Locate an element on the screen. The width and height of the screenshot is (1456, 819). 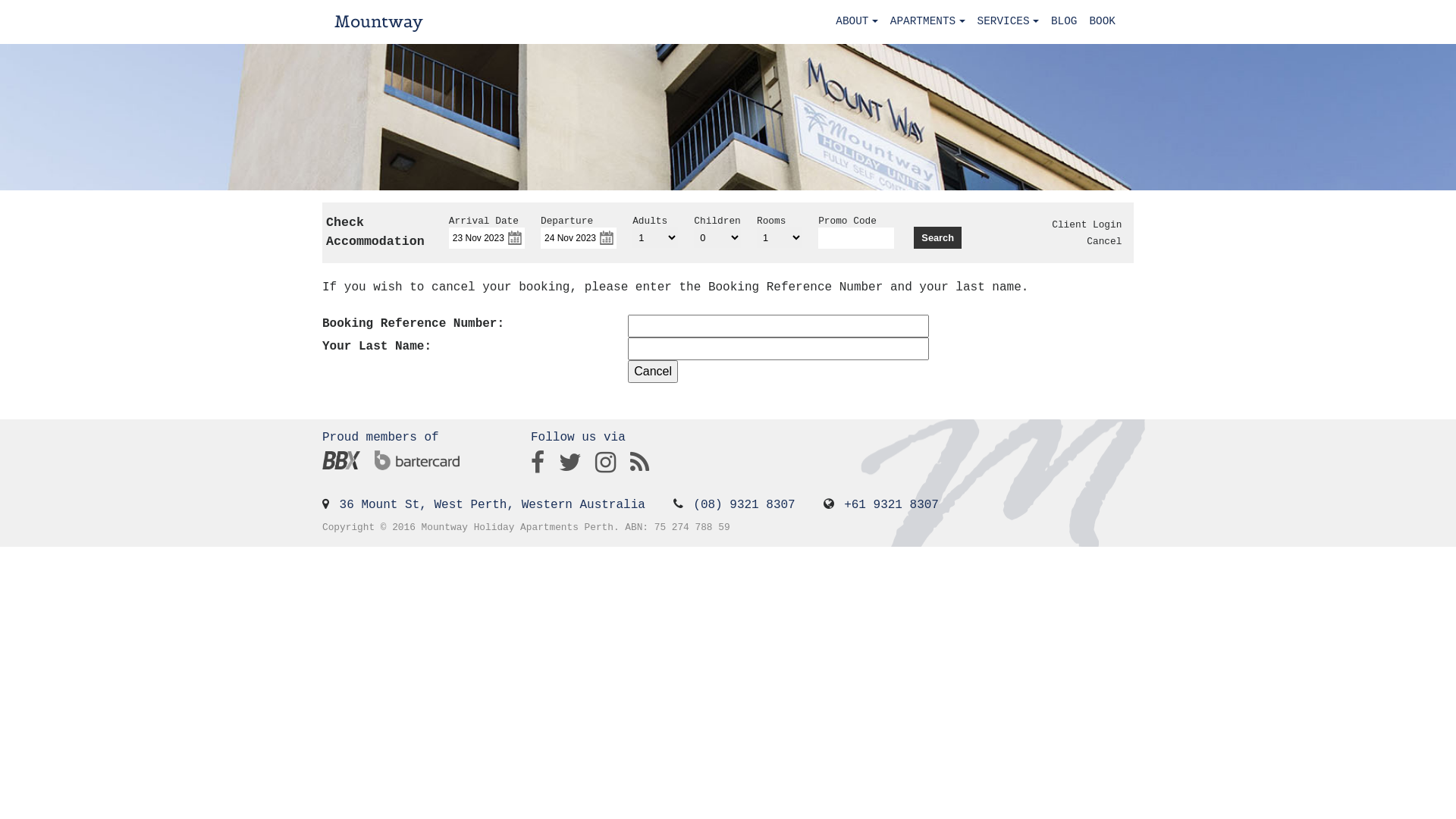
'BLOG' is located at coordinates (1063, 22).